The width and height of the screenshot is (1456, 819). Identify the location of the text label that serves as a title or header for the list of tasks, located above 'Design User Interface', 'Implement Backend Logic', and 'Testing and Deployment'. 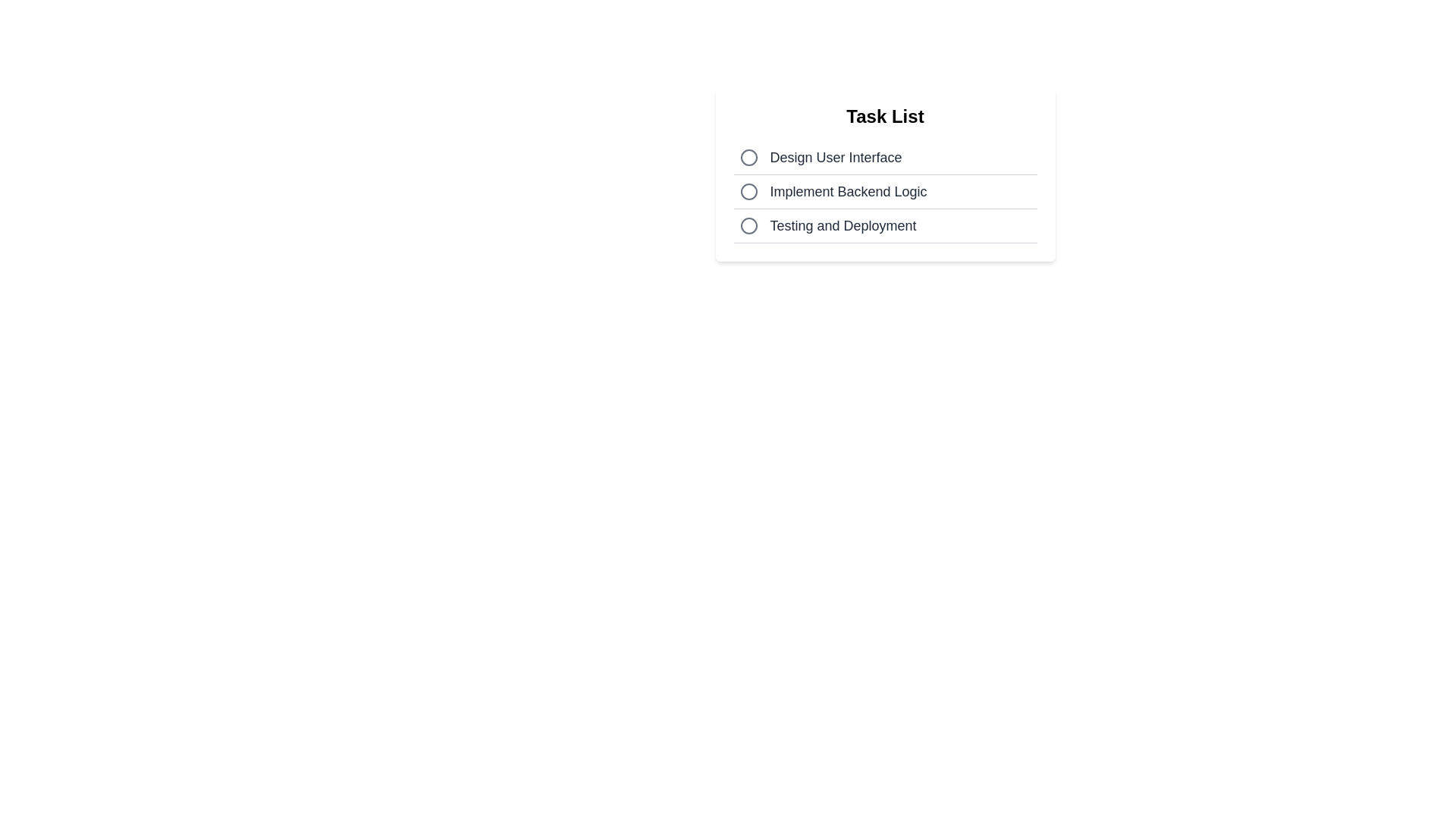
(885, 116).